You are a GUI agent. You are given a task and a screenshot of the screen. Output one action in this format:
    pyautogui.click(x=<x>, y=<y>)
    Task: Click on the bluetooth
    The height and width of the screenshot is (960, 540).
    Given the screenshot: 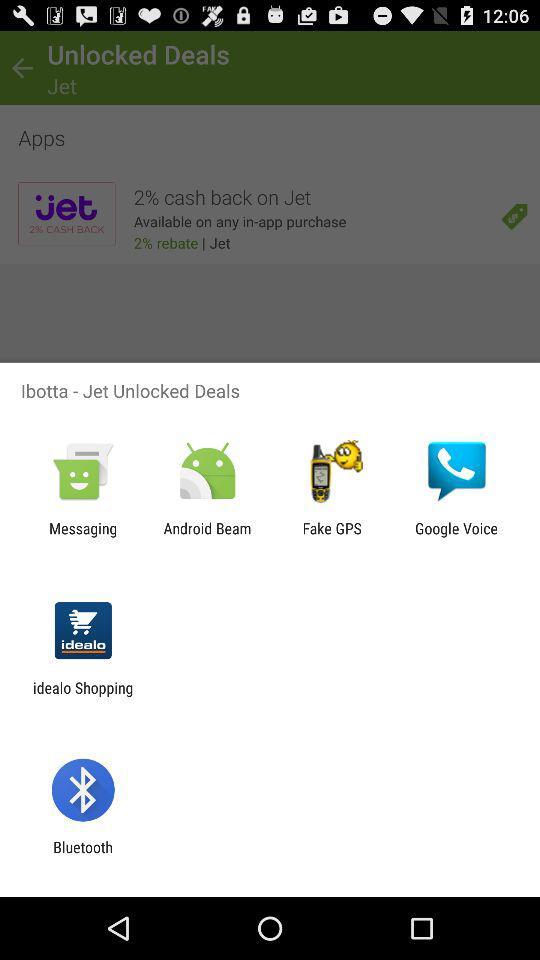 What is the action you would take?
    pyautogui.click(x=82, y=855)
    